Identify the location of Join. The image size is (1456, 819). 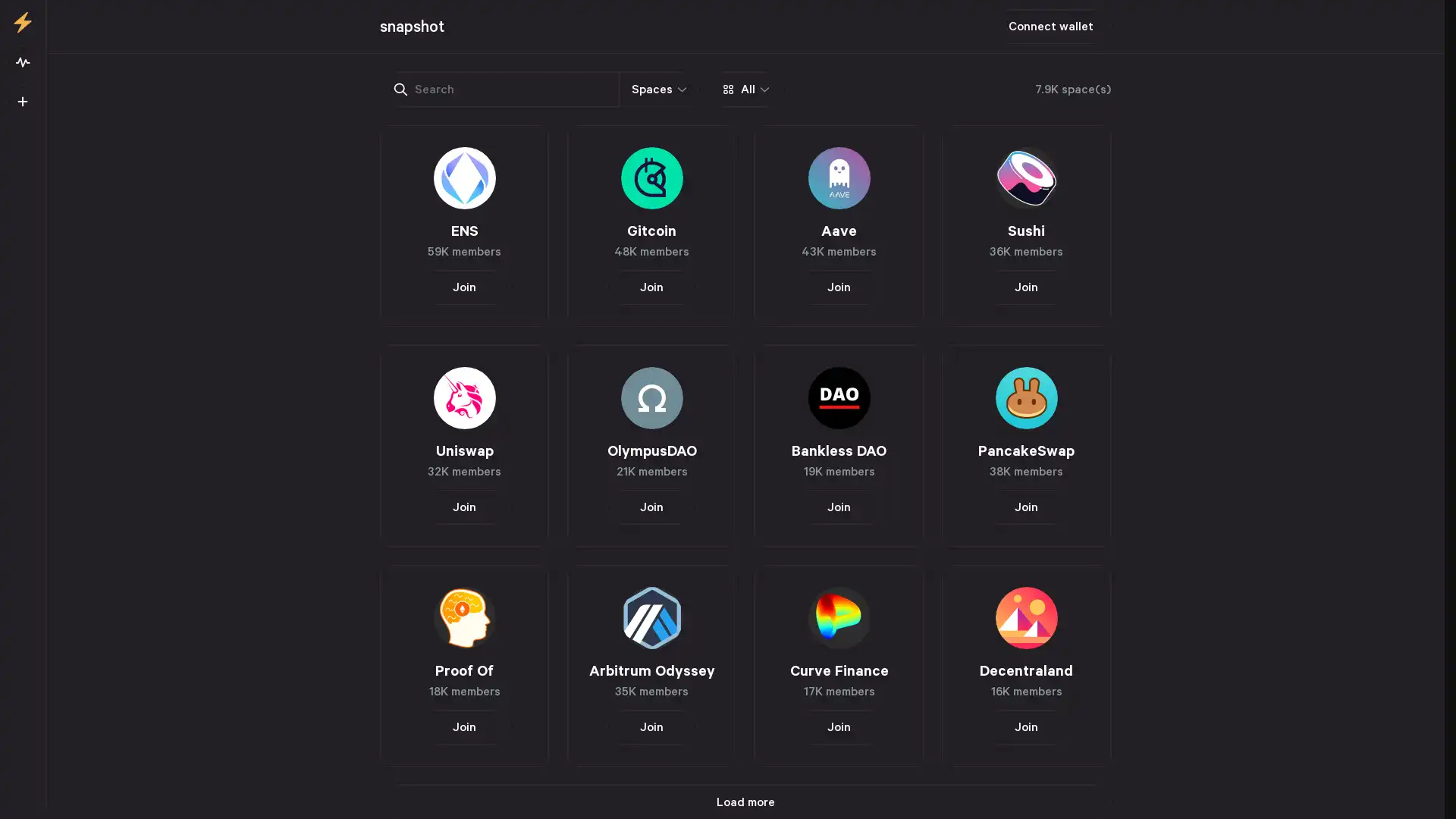
(463, 726).